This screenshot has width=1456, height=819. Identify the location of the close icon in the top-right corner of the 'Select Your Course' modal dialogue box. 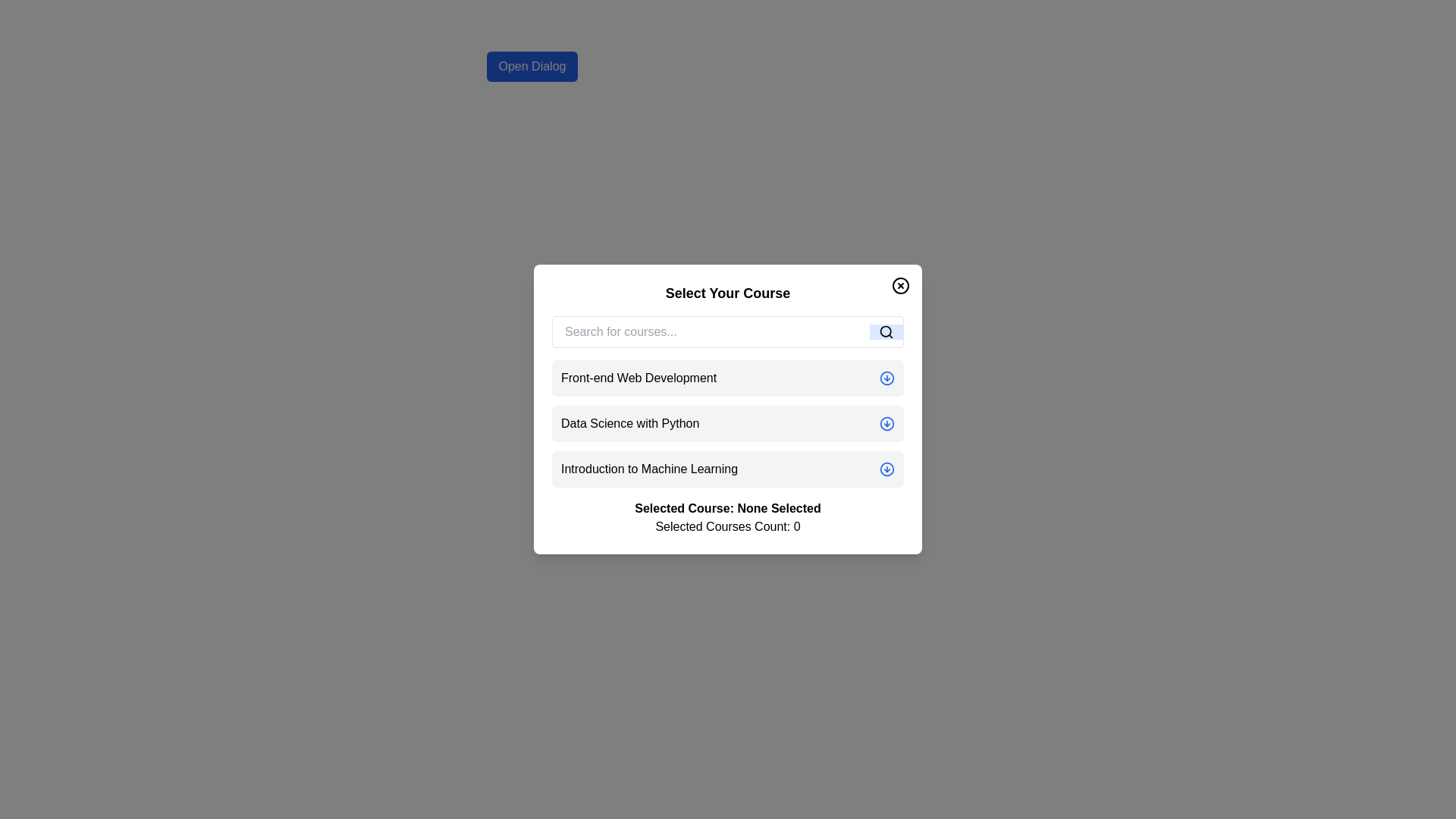
(901, 286).